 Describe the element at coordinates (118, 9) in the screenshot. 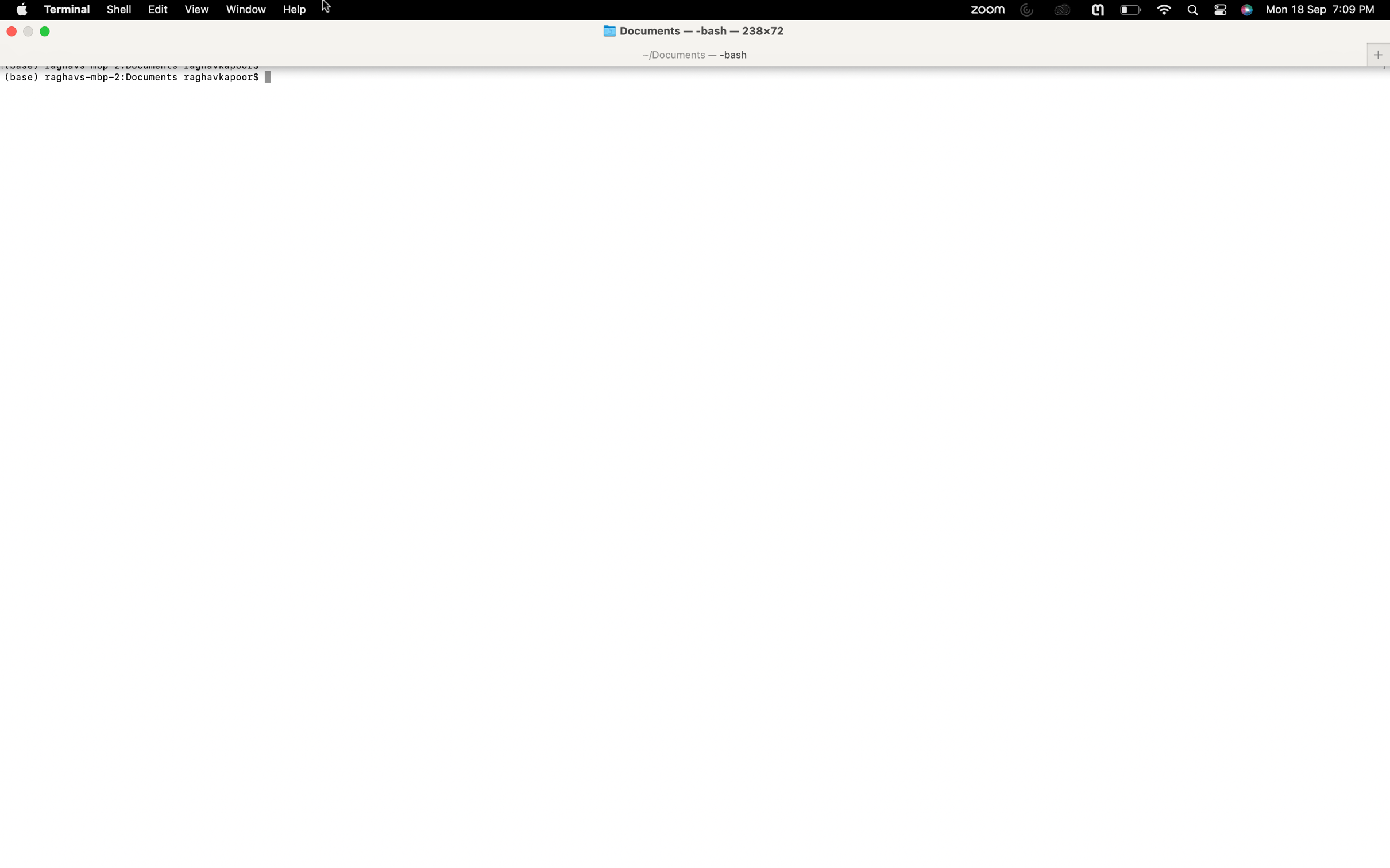

I see `shell options and choose the "font size" option` at that location.